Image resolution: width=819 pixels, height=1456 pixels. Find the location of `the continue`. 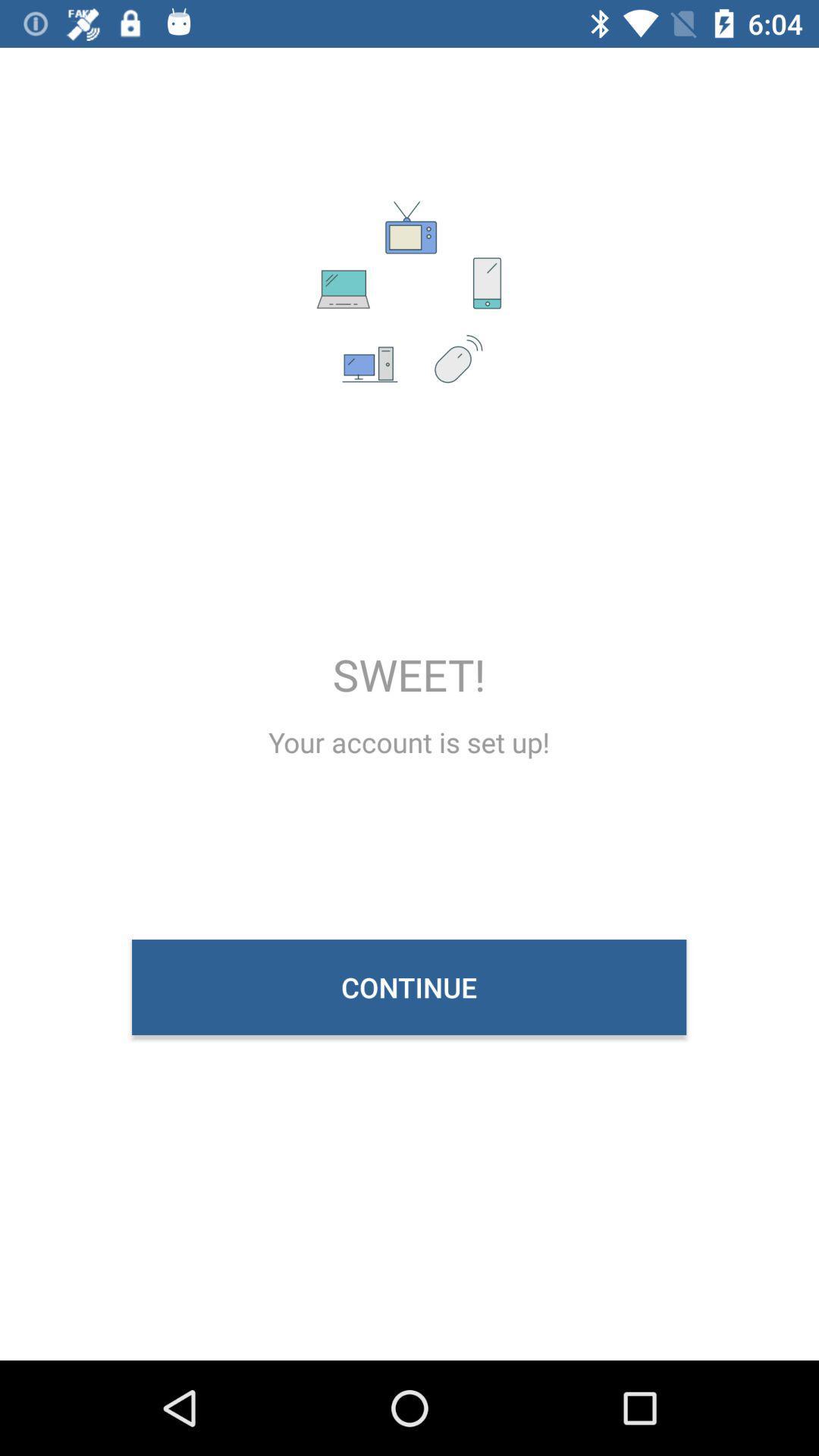

the continue is located at coordinates (408, 987).